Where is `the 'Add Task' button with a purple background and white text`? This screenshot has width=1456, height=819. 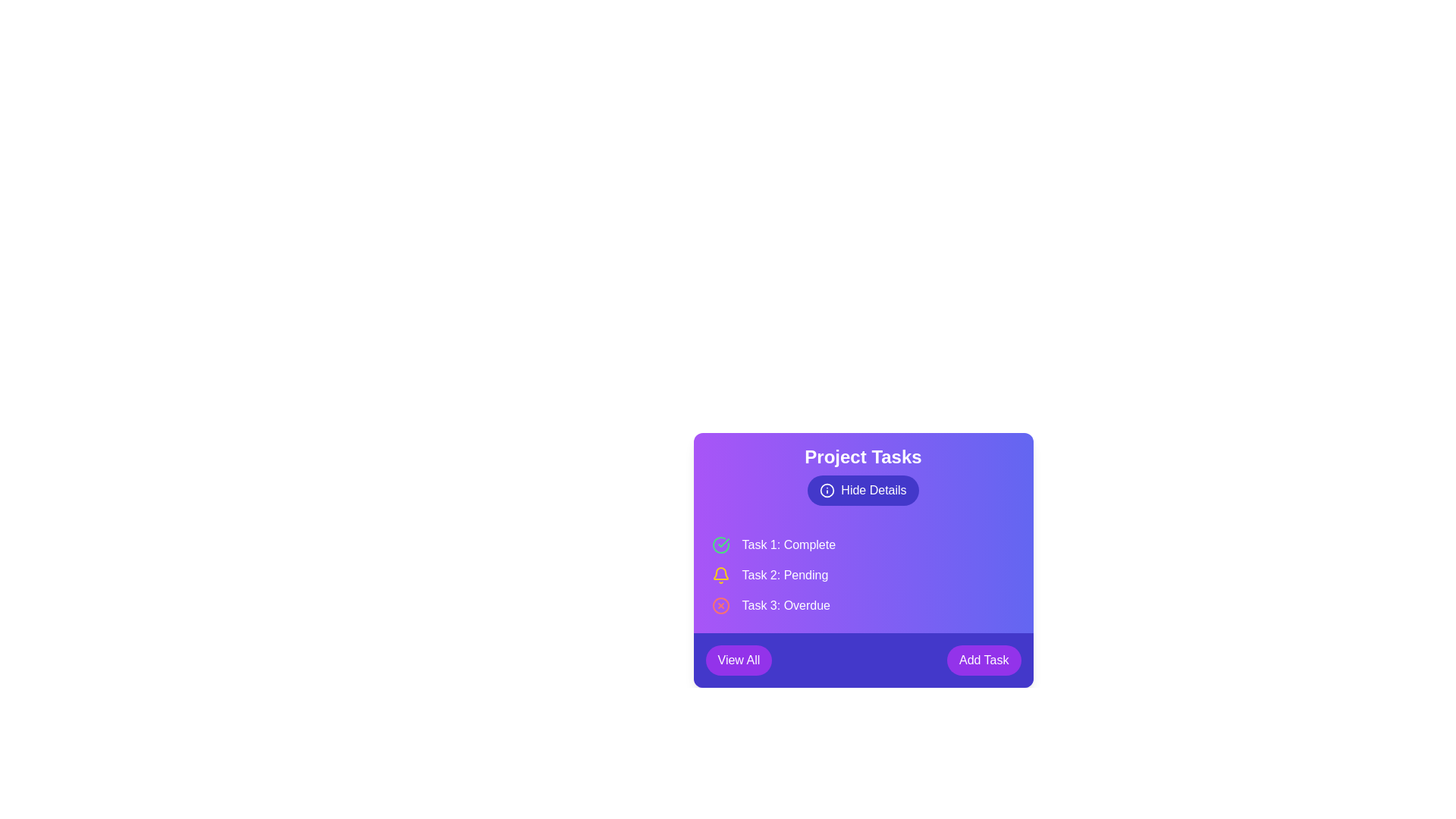
the 'Add Task' button with a purple background and white text is located at coordinates (984, 660).